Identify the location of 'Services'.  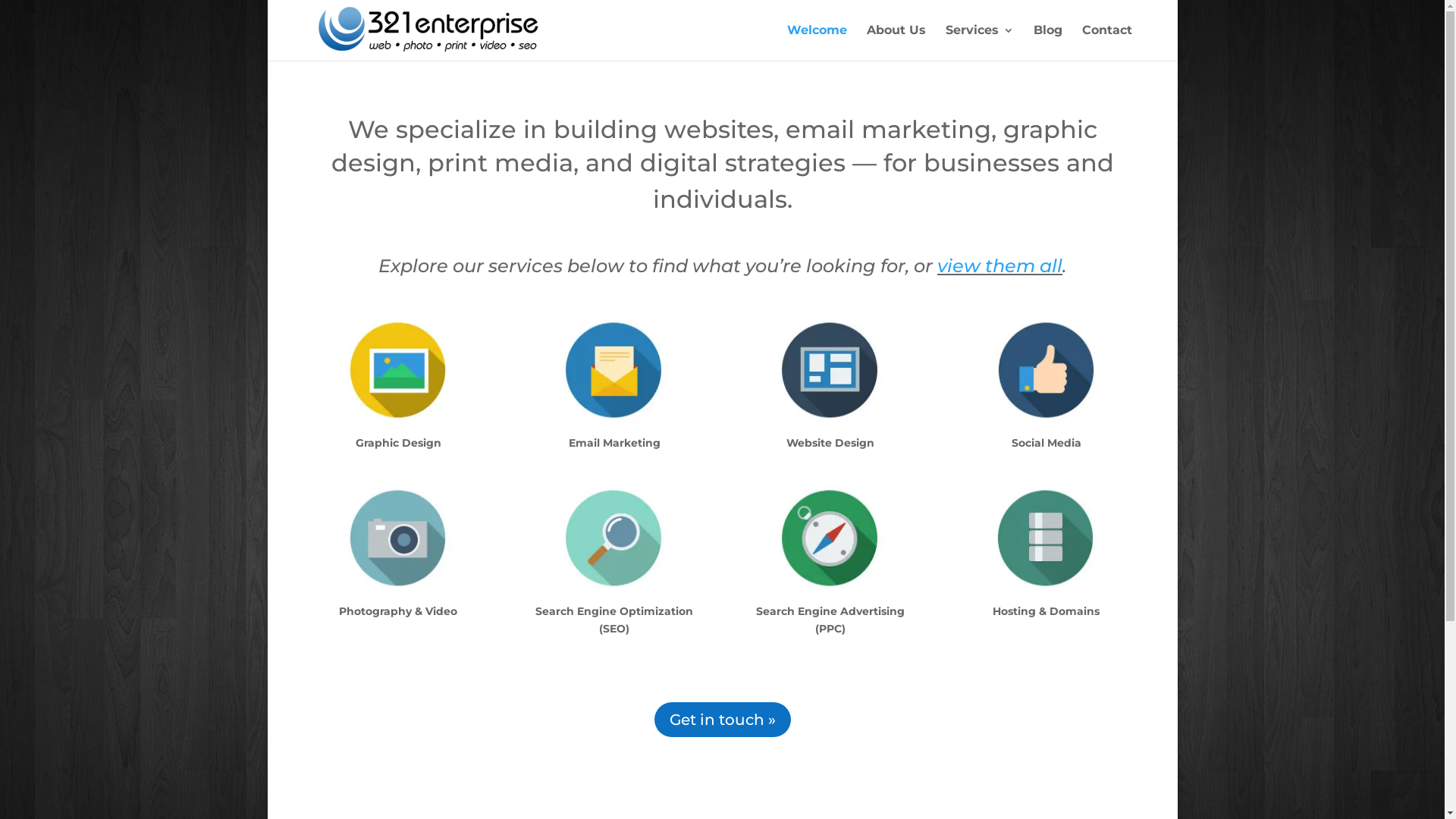
(979, 42).